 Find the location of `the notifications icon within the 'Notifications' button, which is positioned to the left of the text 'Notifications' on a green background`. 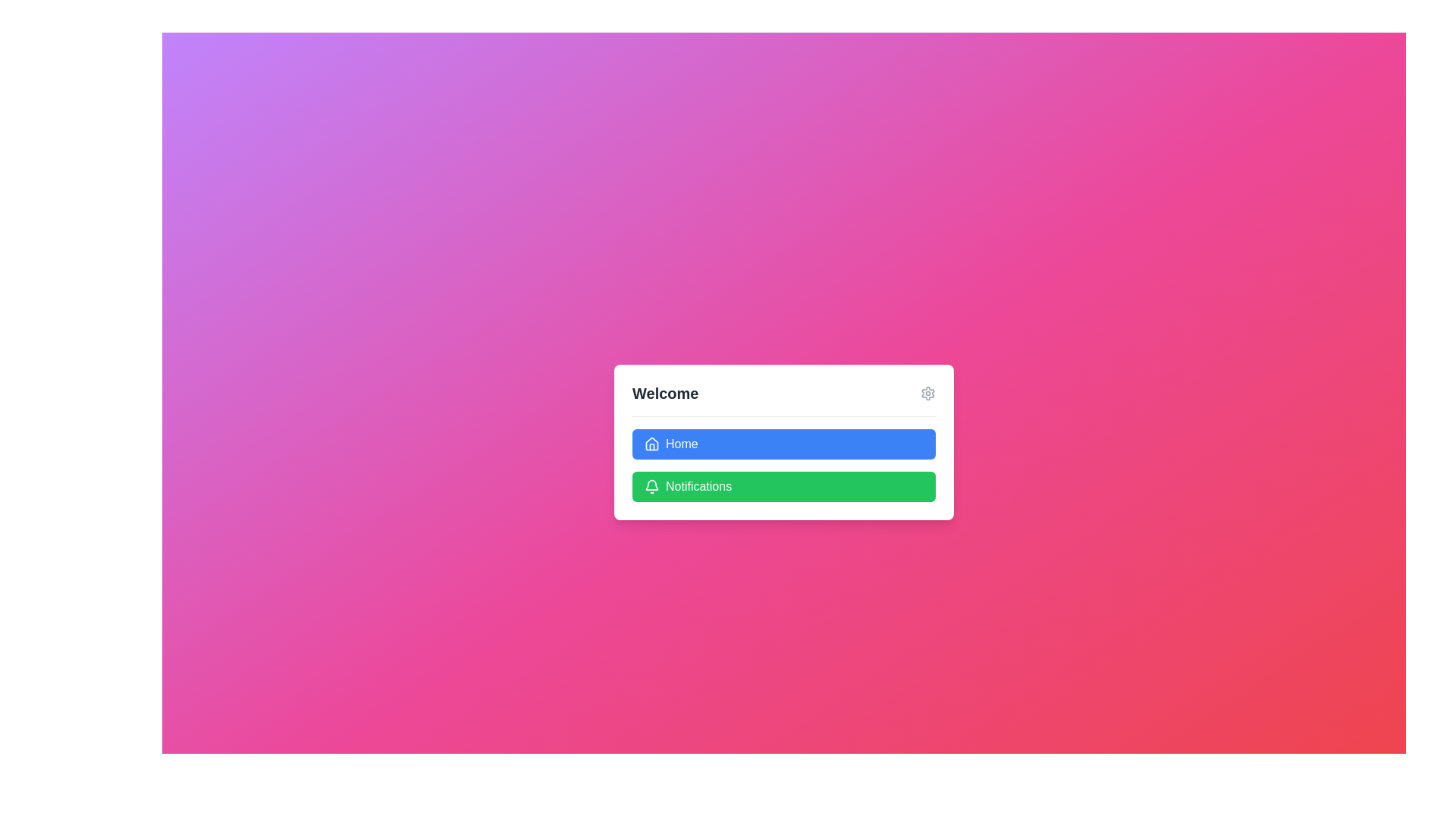

the notifications icon within the 'Notifications' button, which is positioned to the left of the text 'Notifications' on a green background is located at coordinates (651, 485).